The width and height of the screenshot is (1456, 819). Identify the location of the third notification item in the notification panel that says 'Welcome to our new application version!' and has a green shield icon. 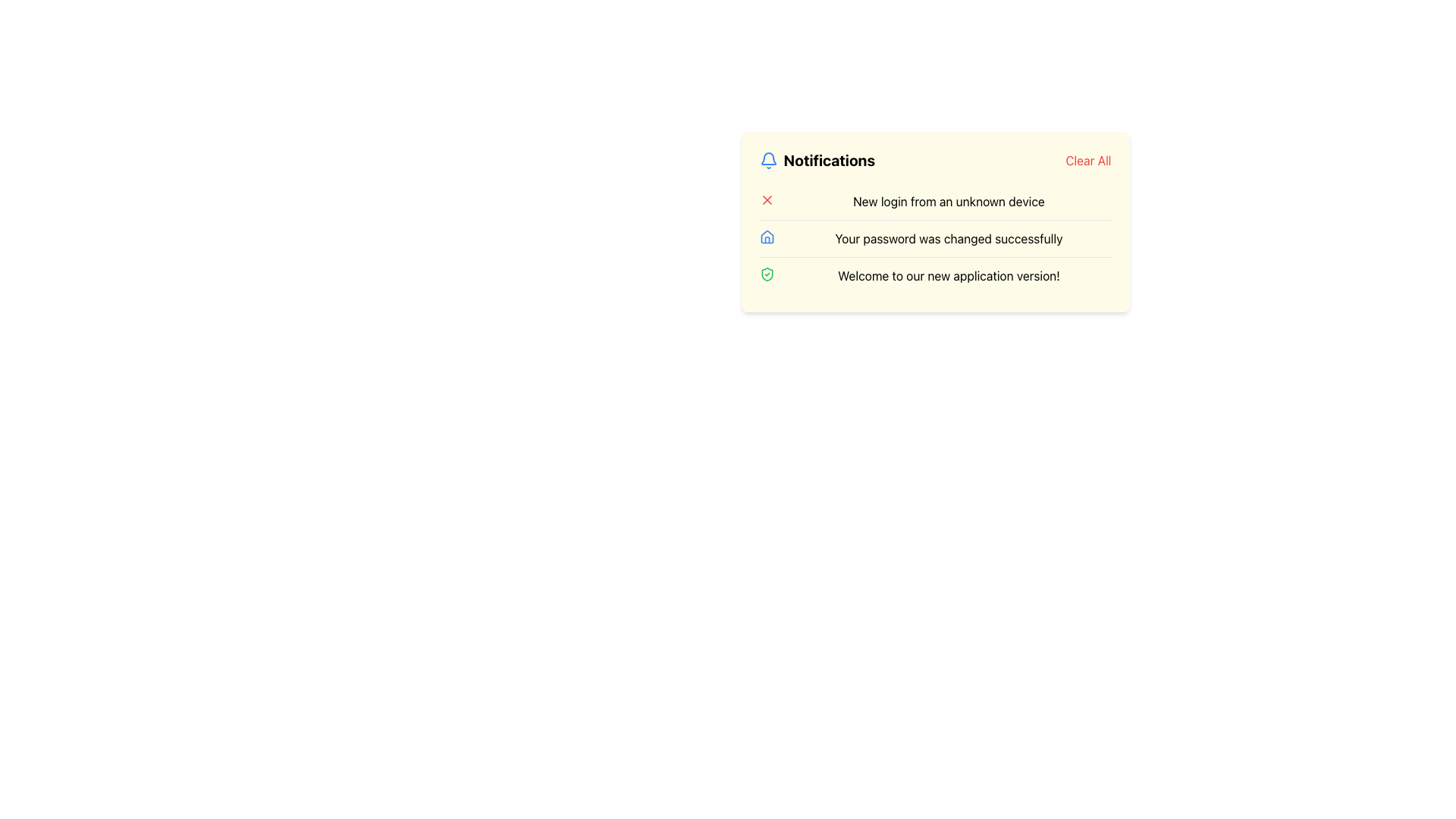
(934, 275).